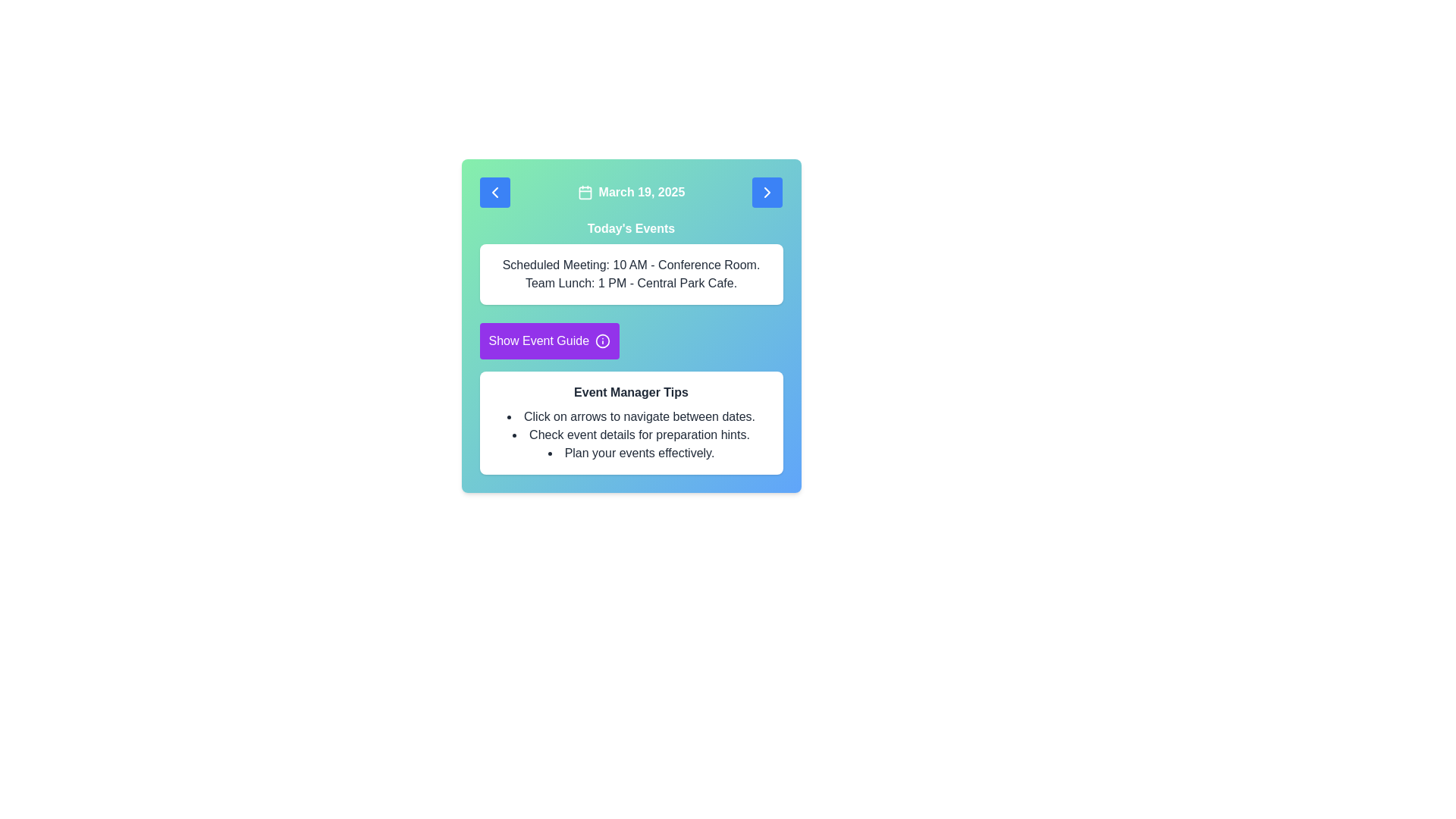  I want to click on the small rounded rectangular blue button with a white chevron icon, so click(767, 192).